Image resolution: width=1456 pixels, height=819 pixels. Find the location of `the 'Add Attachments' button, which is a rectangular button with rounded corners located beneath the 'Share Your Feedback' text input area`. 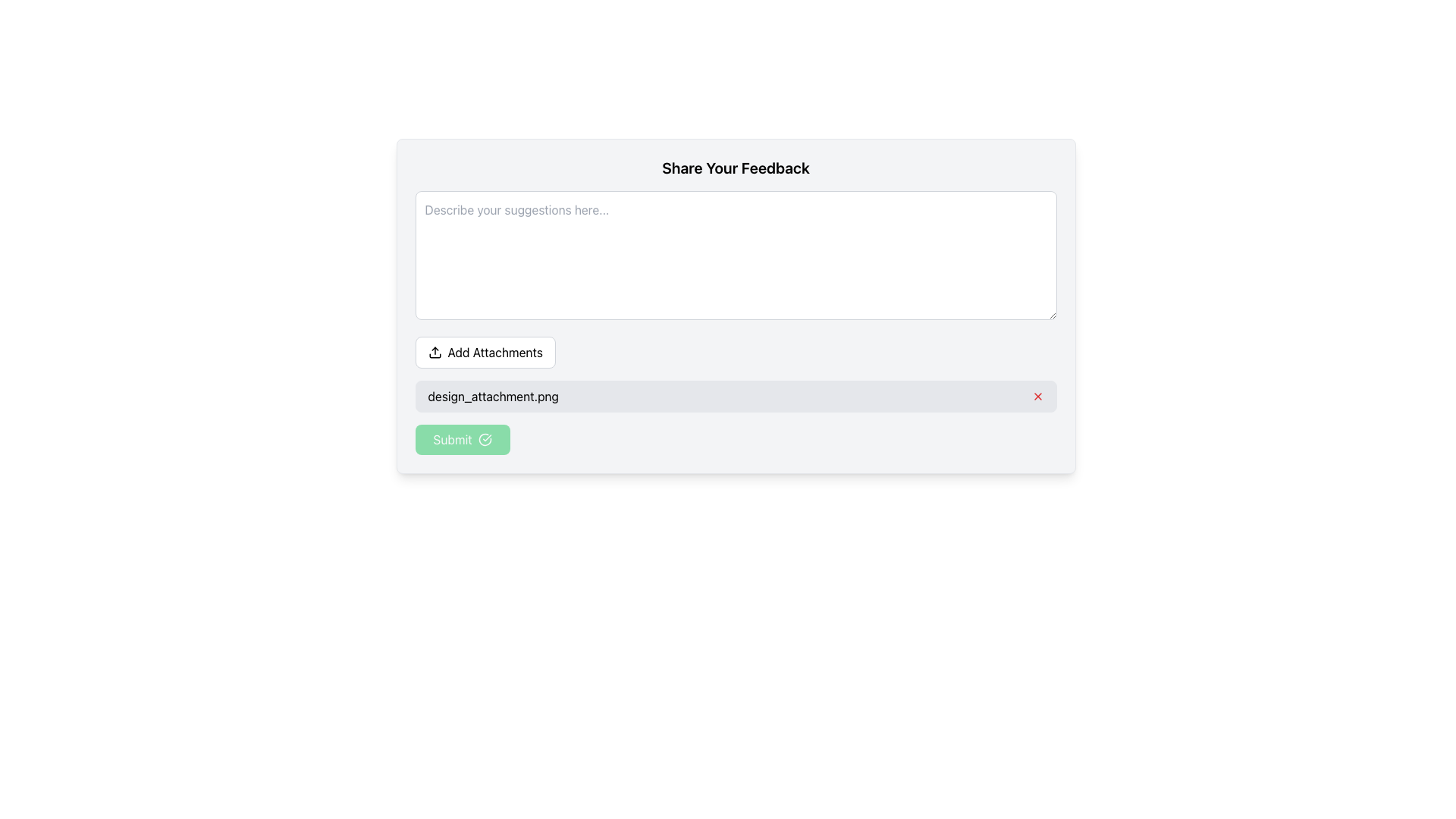

the 'Add Attachments' button, which is a rectangular button with rounded corners located beneath the 'Share Your Feedback' text input area is located at coordinates (485, 353).